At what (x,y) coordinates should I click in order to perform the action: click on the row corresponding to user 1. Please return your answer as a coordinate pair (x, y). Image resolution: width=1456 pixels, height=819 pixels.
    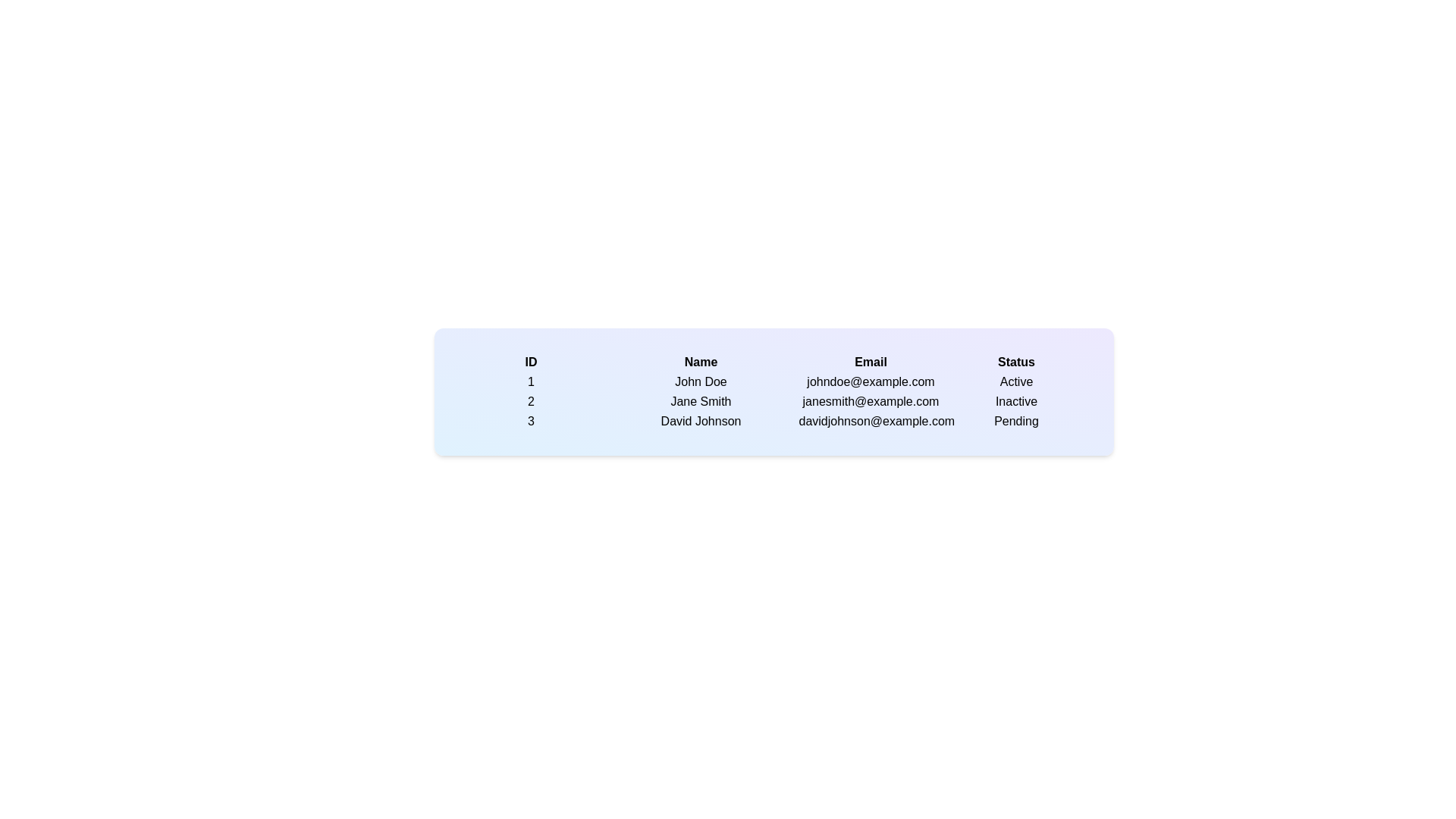
    Looking at the image, I should click on (531, 381).